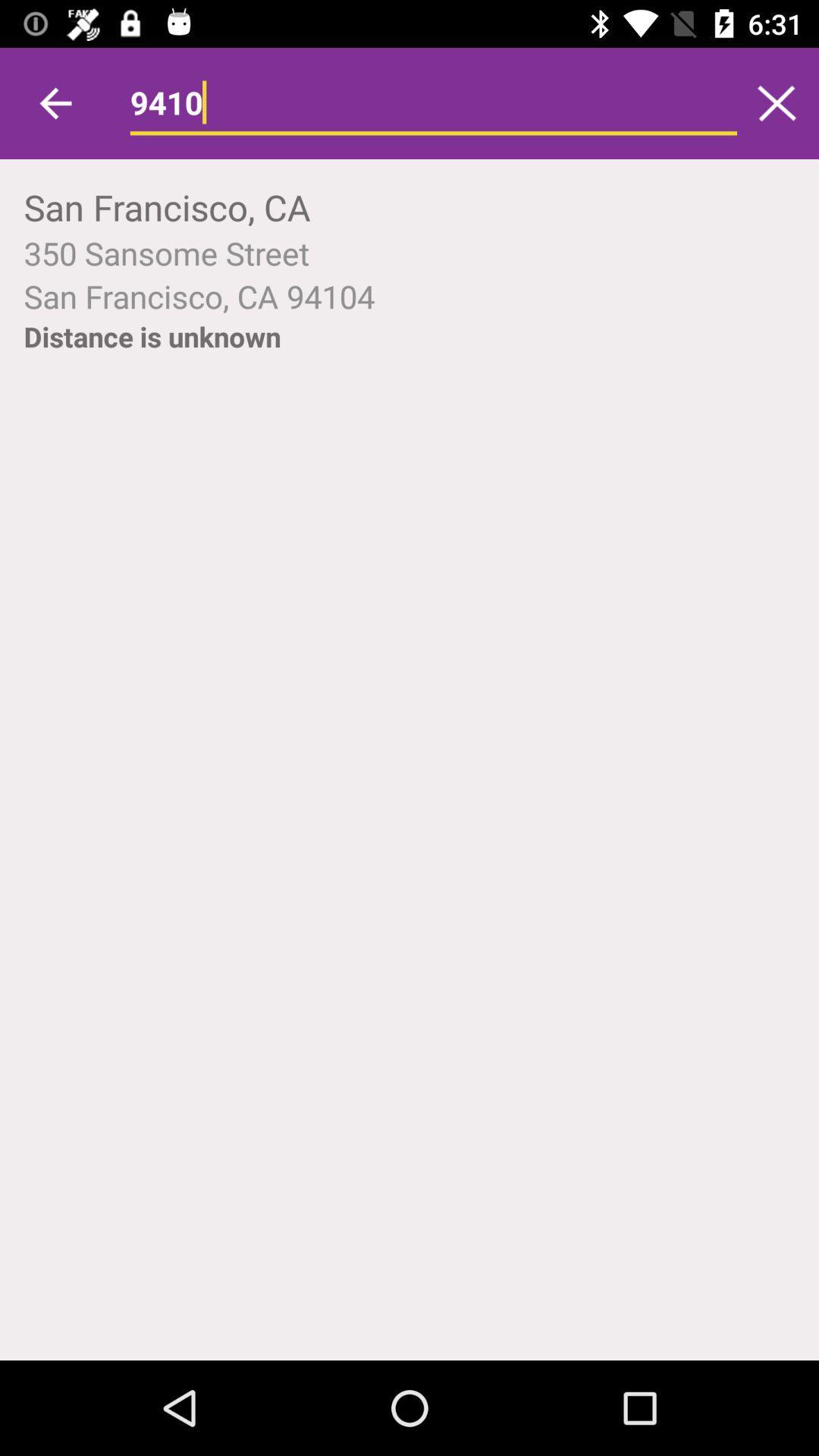  What do you see at coordinates (409, 253) in the screenshot?
I see `icon below the san francisco, ca icon` at bounding box center [409, 253].